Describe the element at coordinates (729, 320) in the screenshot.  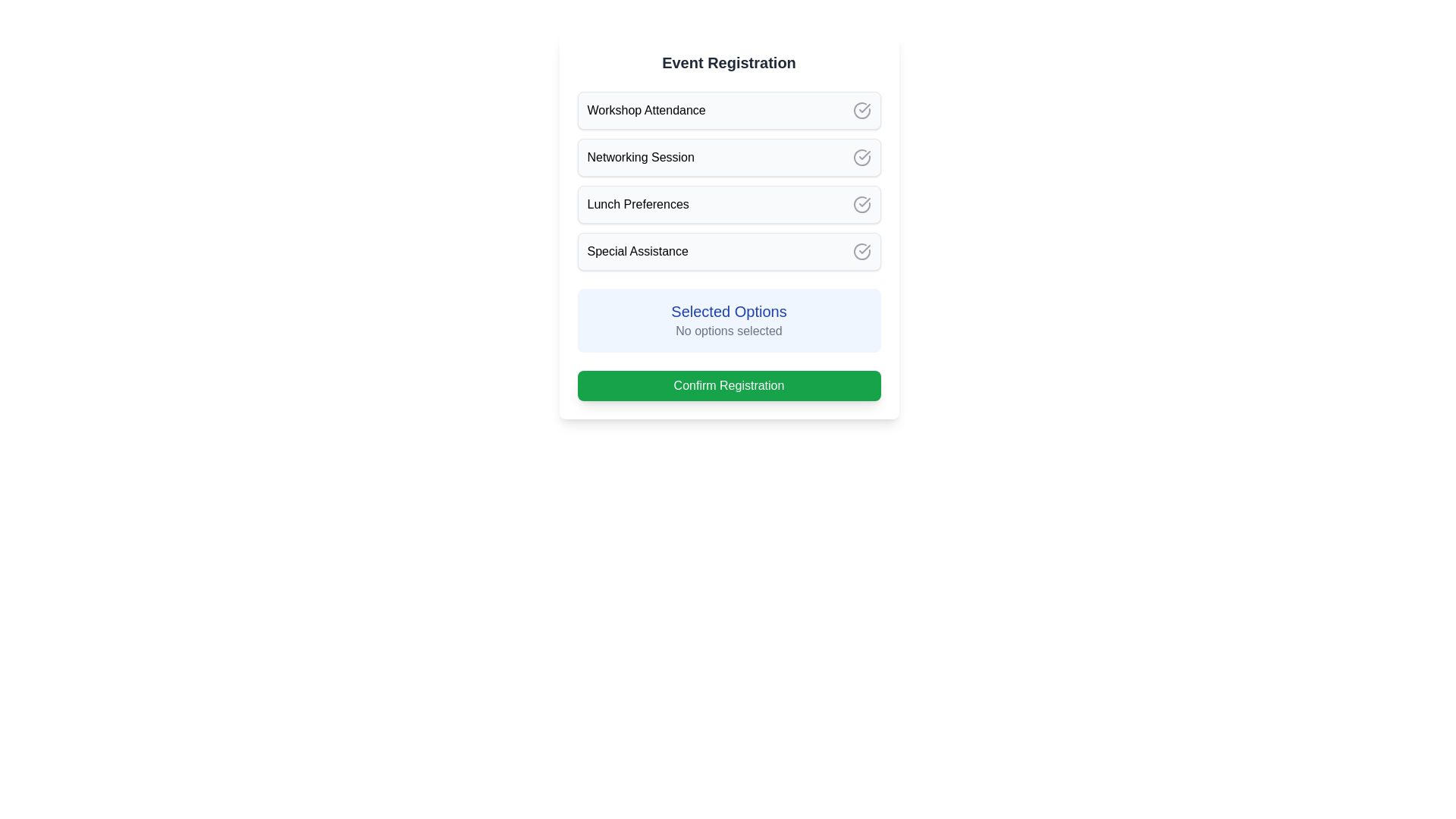
I see `the informational box that displays a summary of selected options, located centrally below the options and above the 'Confirm Registration' button` at that location.